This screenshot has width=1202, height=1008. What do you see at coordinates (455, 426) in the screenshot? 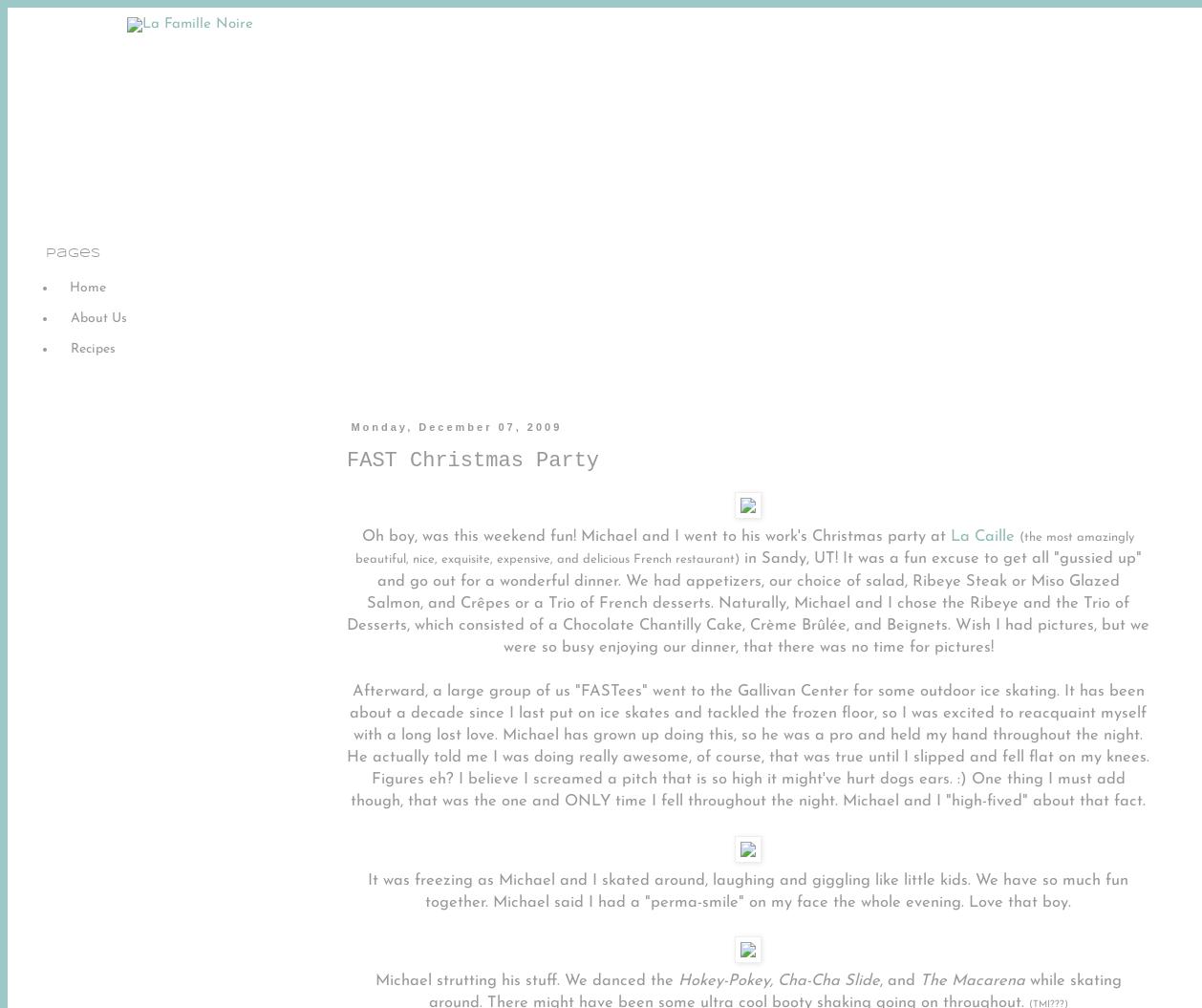
I see `'Monday, December 07, 2009'` at bounding box center [455, 426].